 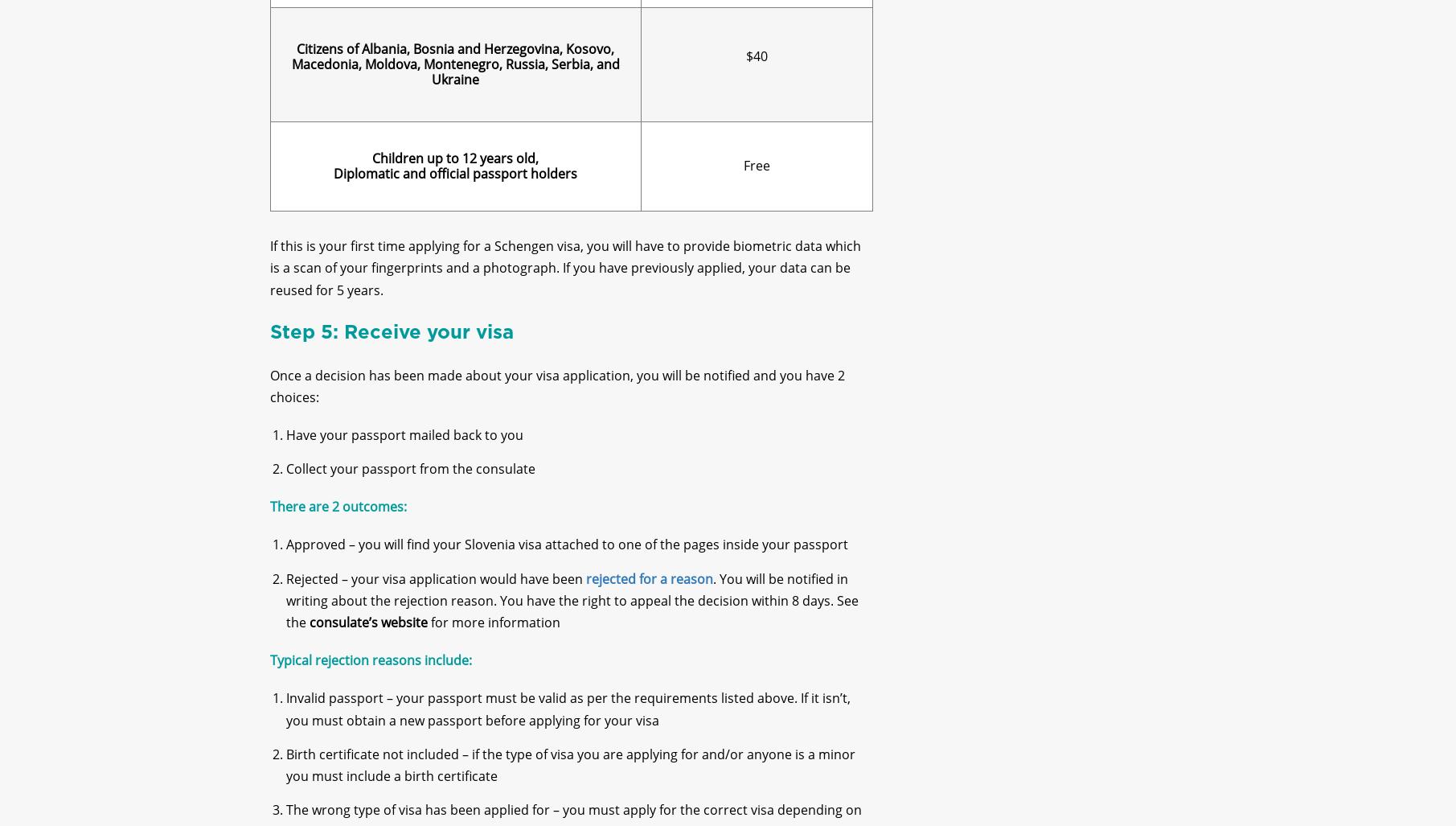 What do you see at coordinates (404, 447) in the screenshot?
I see `'Have your passport mailed back to you'` at bounding box center [404, 447].